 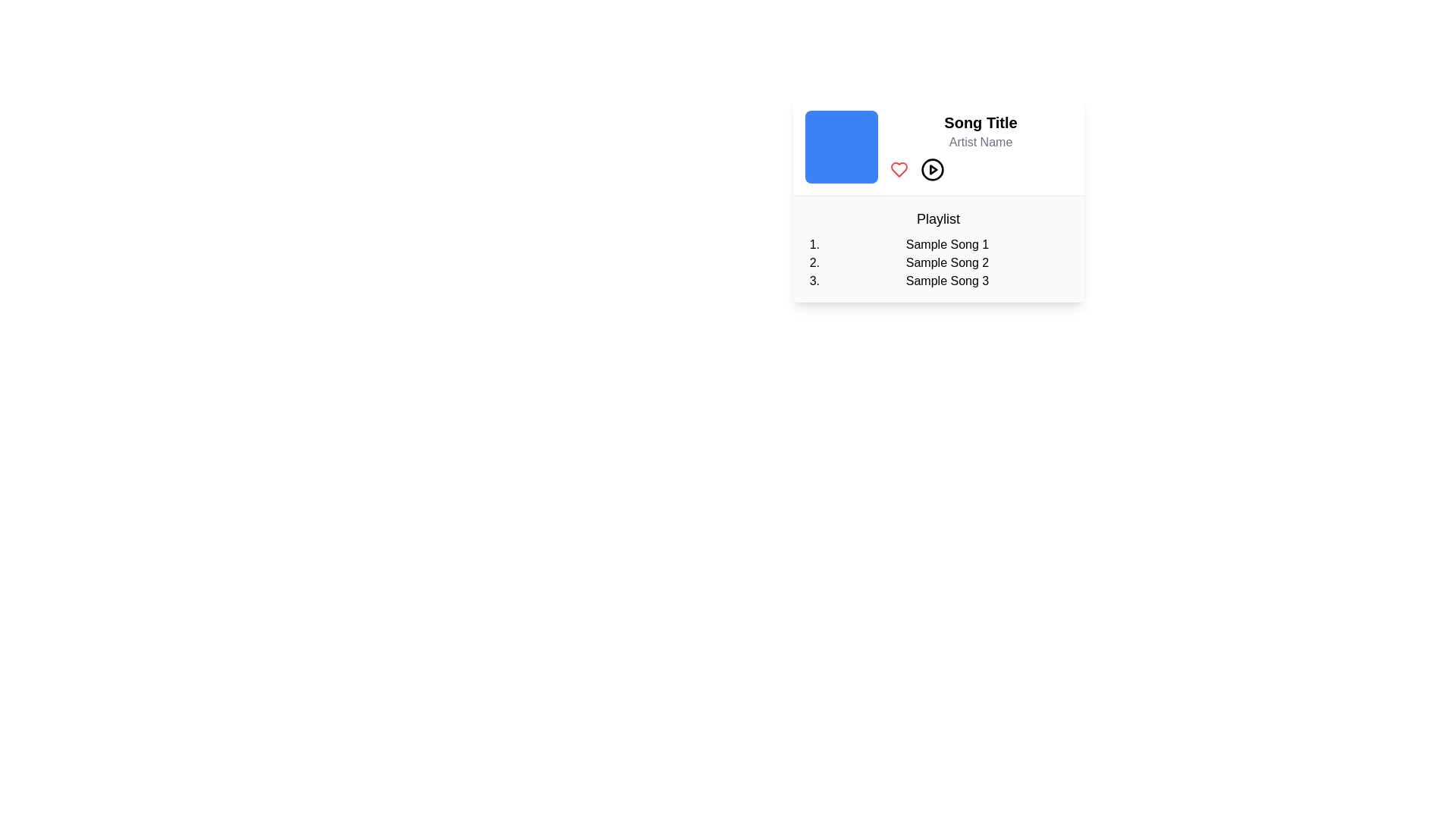 What do you see at coordinates (946, 262) in the screenshot?
I see `the second item in the decimal list of songs titled 'Sample Song 2' to unveil more options or details` at bounding box center [946, 262].